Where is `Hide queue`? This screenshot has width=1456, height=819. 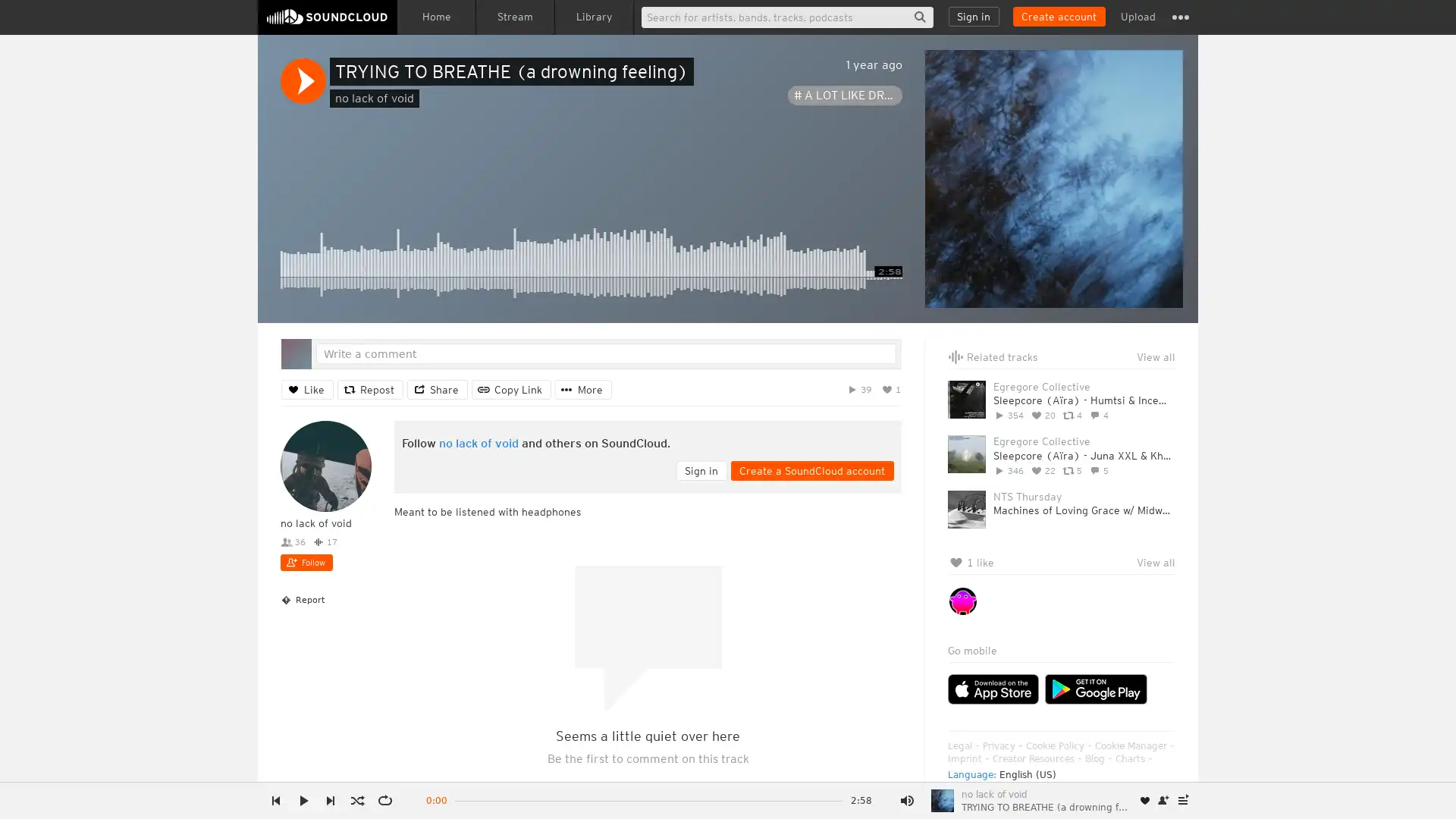 Hide queue is located at coordinates (1165, 376).